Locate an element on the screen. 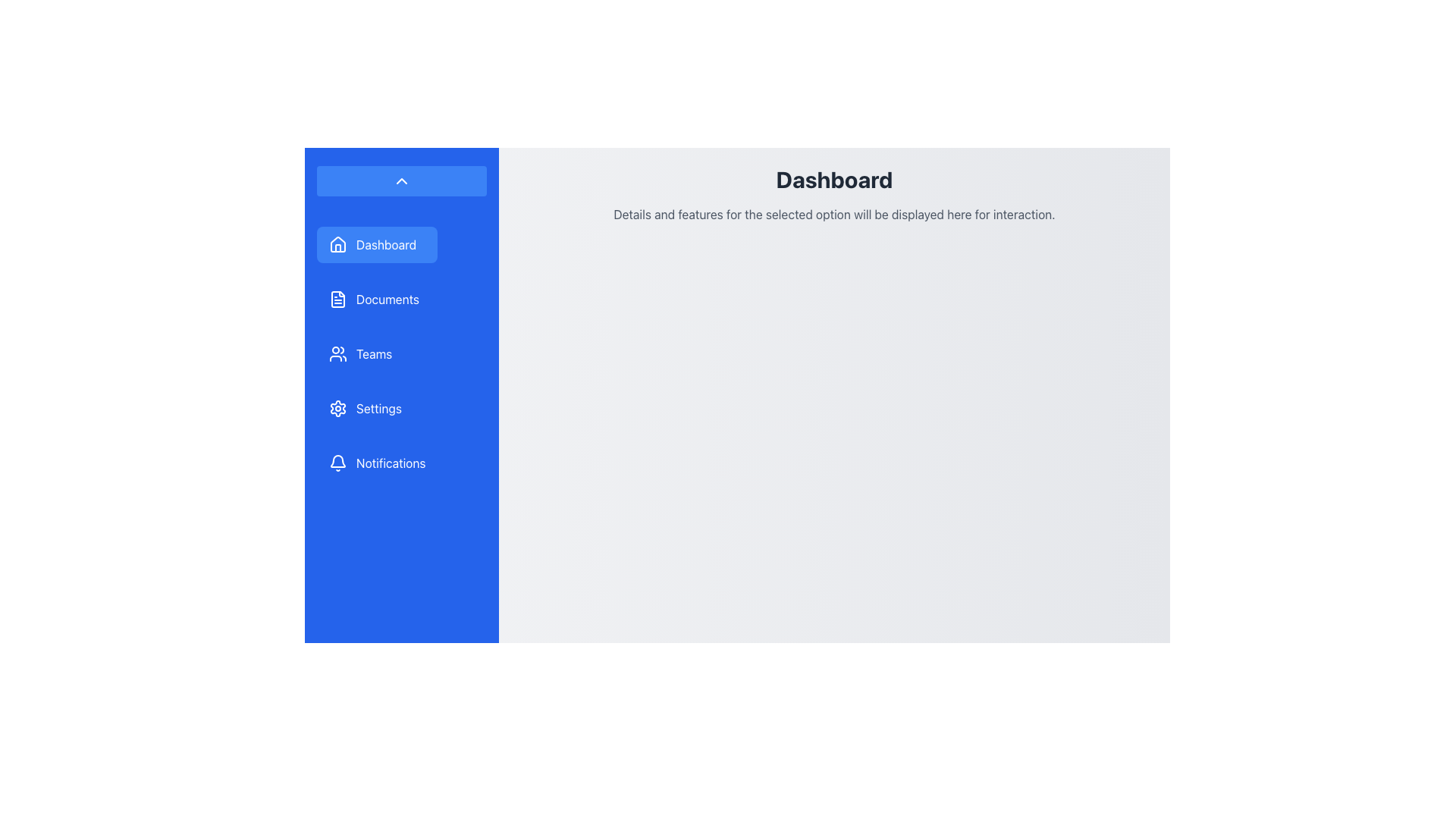 This screenshot has height=819, width=1456. the house-shaped icon outlined in white, located to the left of the 'Dashboard' text within the blue sidebar menu is located at coordinates (337, 244).